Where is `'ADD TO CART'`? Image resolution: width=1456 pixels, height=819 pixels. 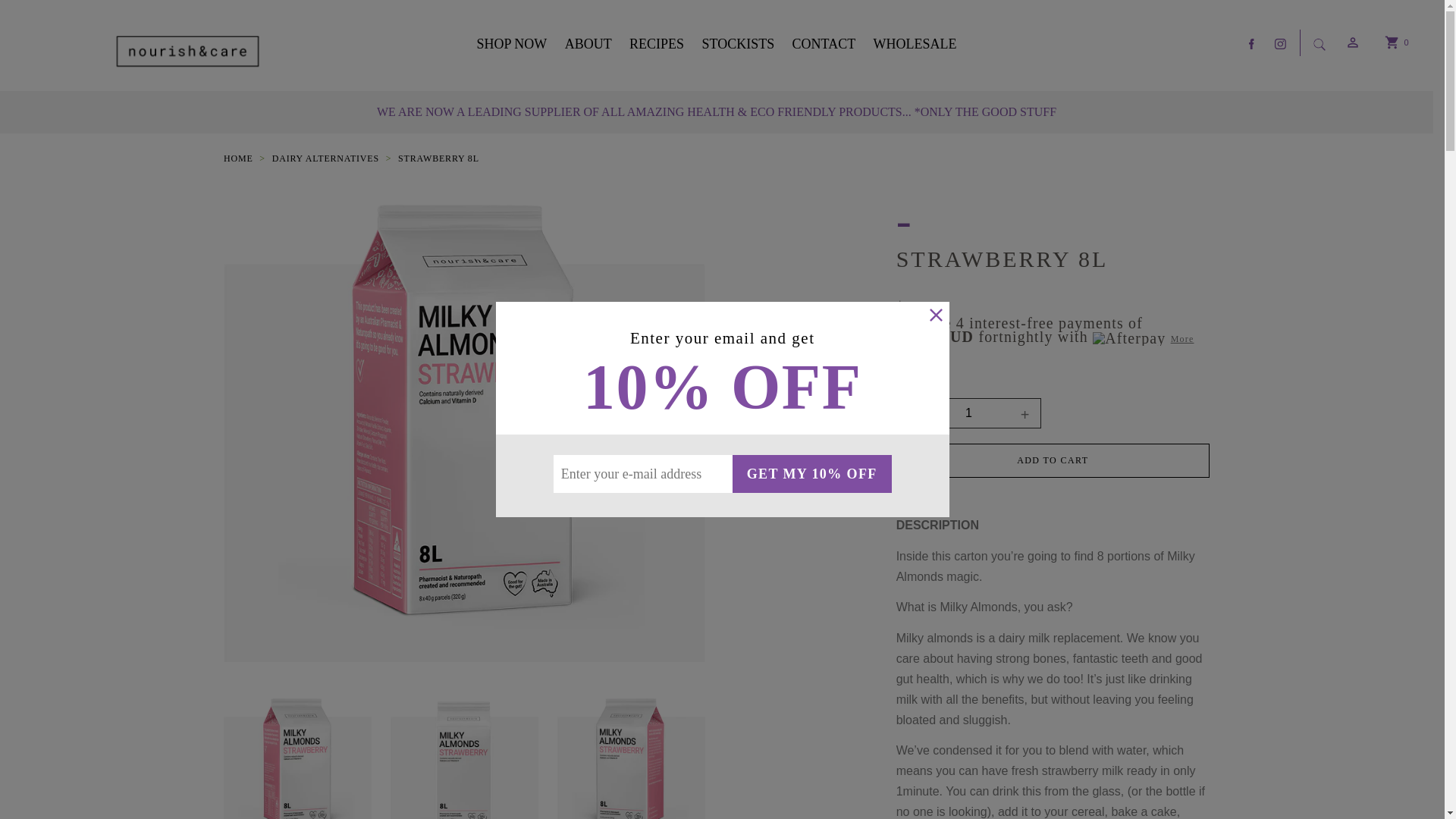
'ADD TO CART' is located at coordinates (1052, 460).